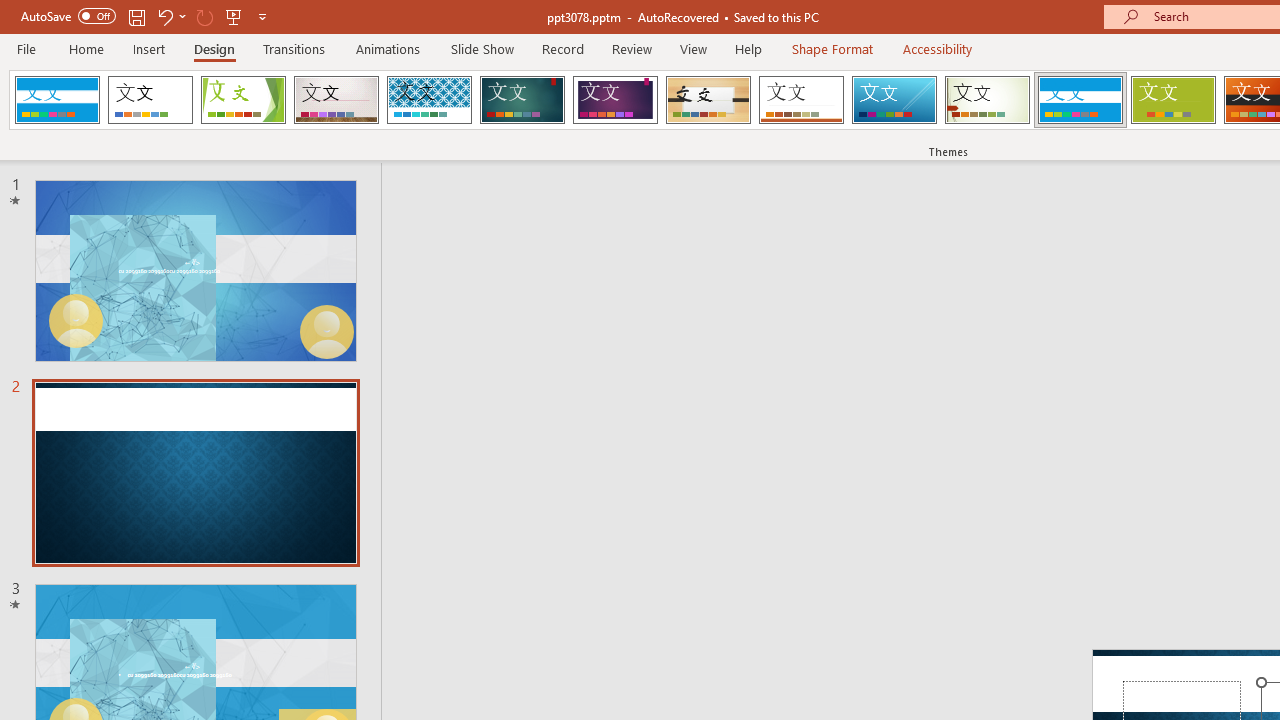  Describe the element at coordinates (987, 100) in the screenshot. I see `'Wisp'` at that location.